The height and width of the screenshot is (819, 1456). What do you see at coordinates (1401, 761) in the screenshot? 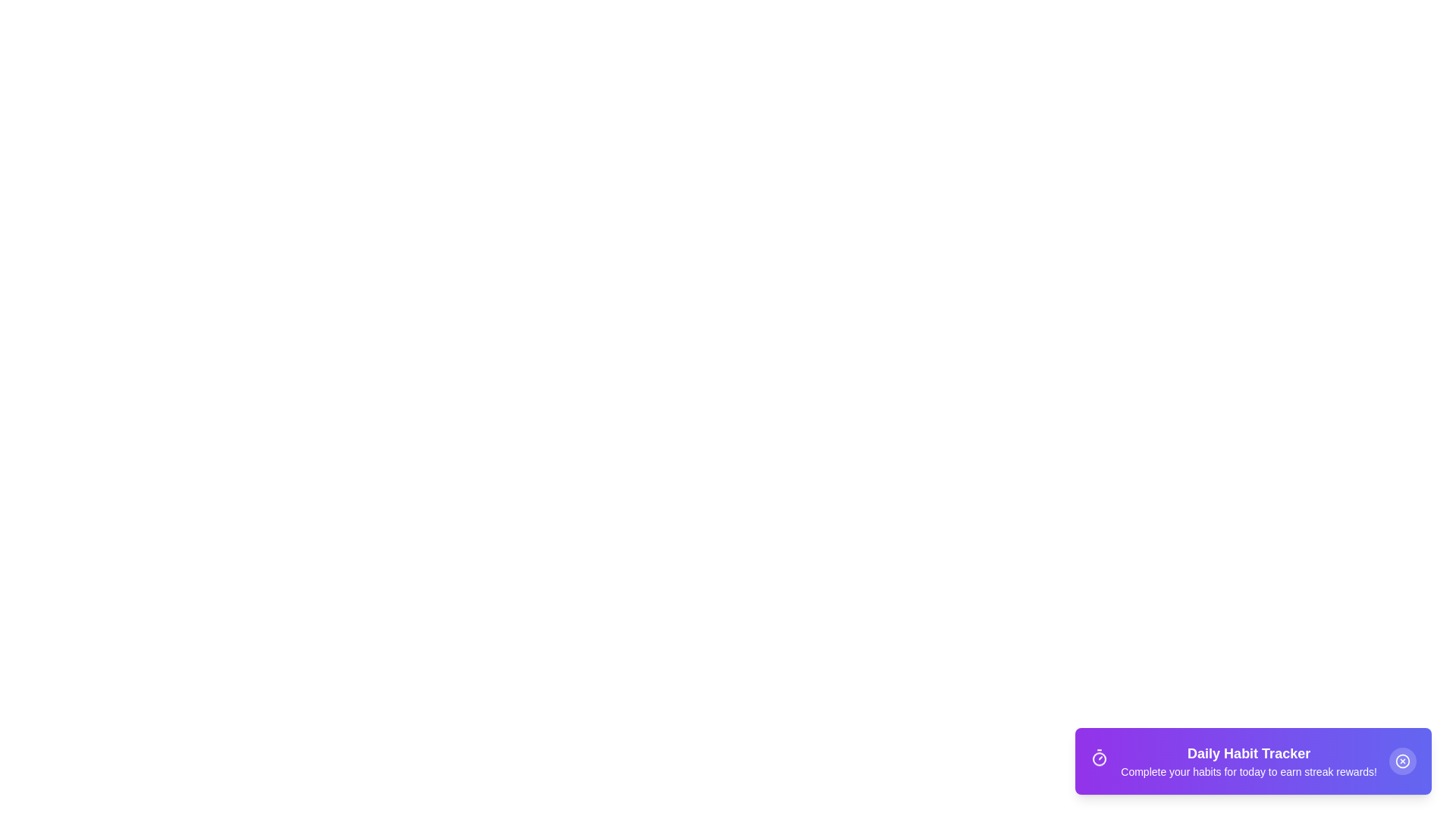
I see `the close button of the snackbar to dismiss it` at bounding box center [1401, 761].